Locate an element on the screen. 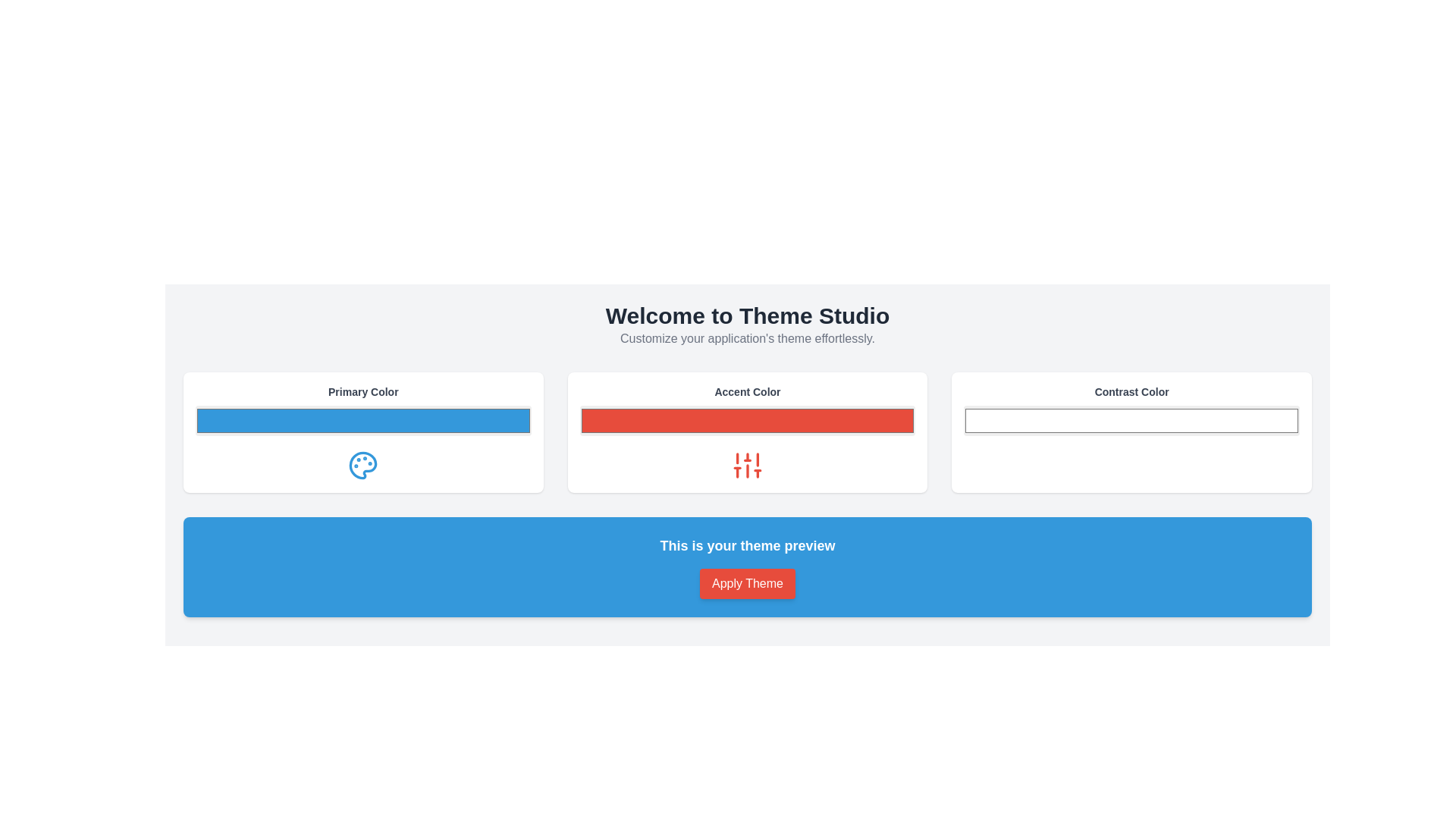  the Color Picker Button with a bright red background located under the 'Accent Color' label is located at coordinates (747, 421).